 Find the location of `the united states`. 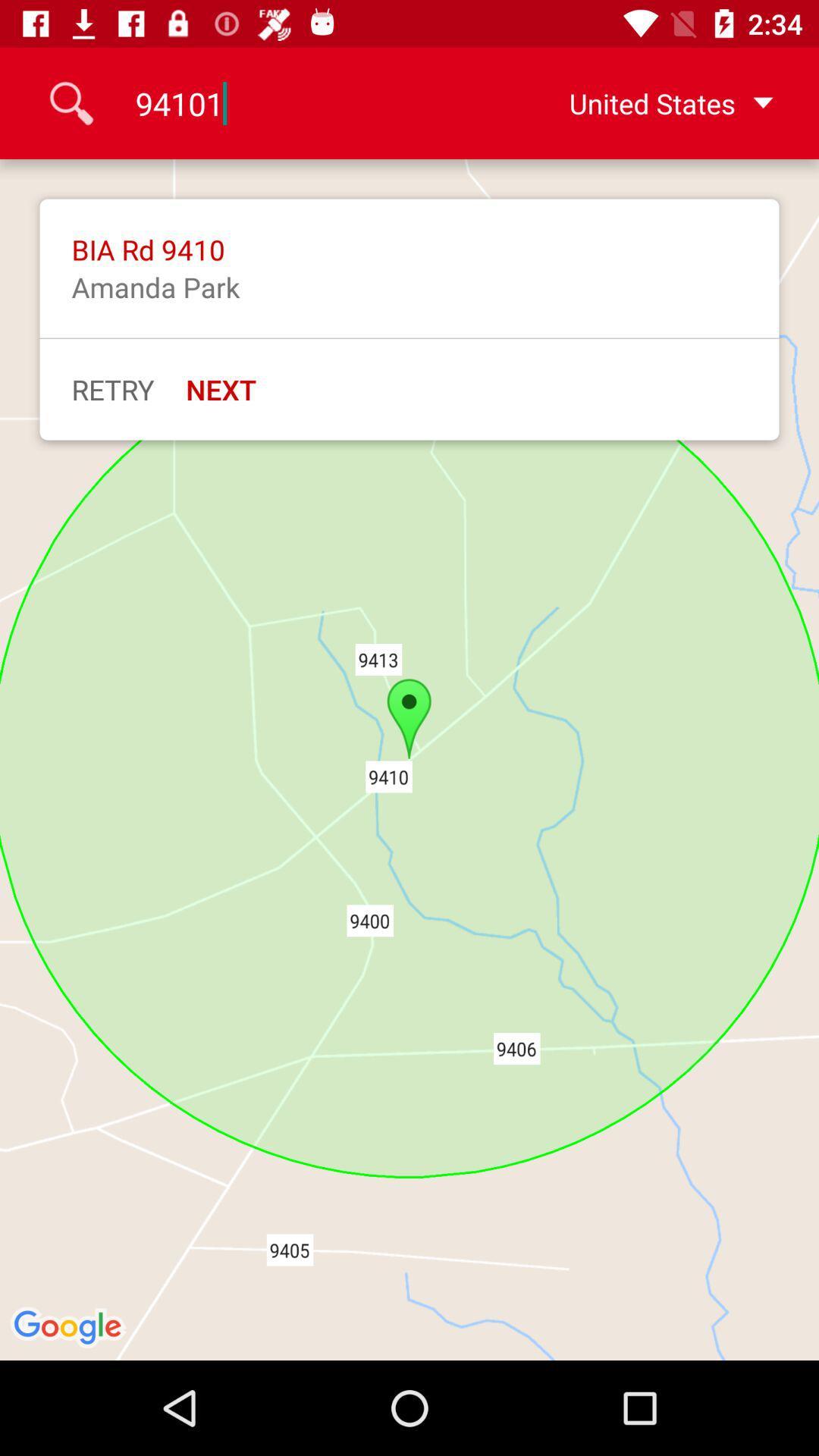

the united states is located at coordinates (647, 102).